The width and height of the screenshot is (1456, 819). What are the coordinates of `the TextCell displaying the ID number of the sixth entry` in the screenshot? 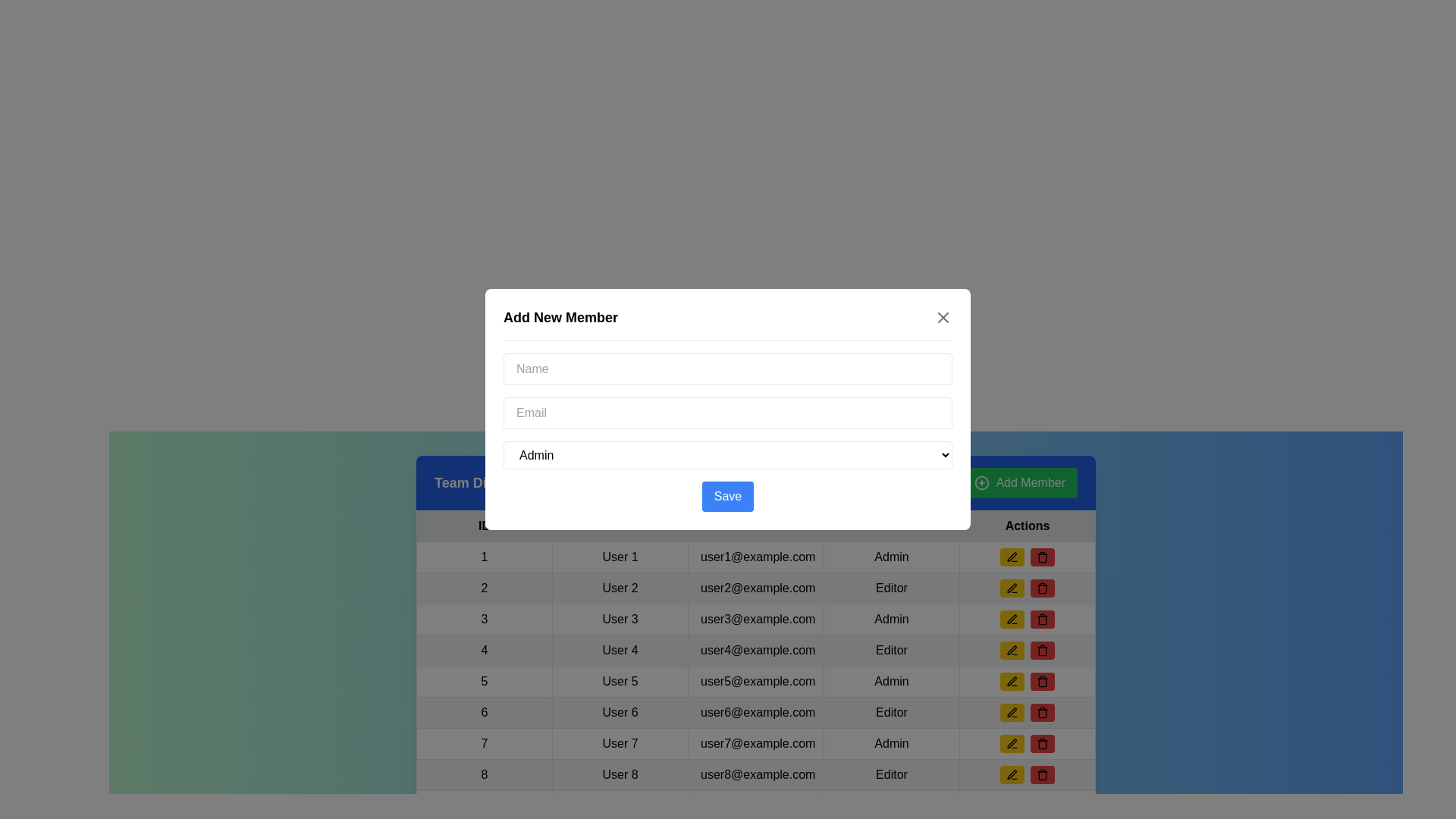 It's located at (483, 713).